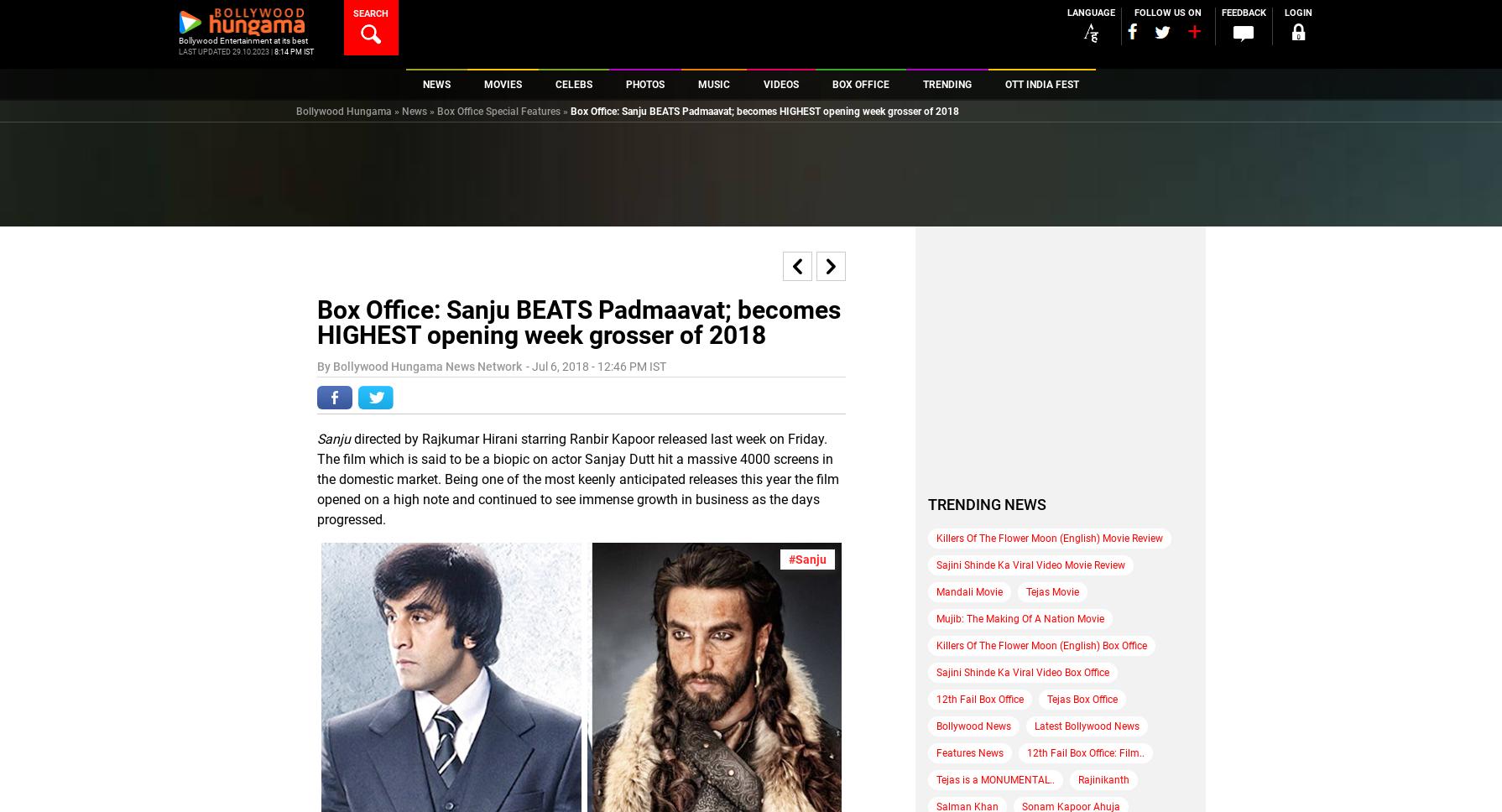 The height and width of the screenshot is (812, 1502). What do you see at coordinates (1085, 752) in the screenshot?
I see `'12th Fail Box Office: Film..'` at bounding box center [1085, 752].